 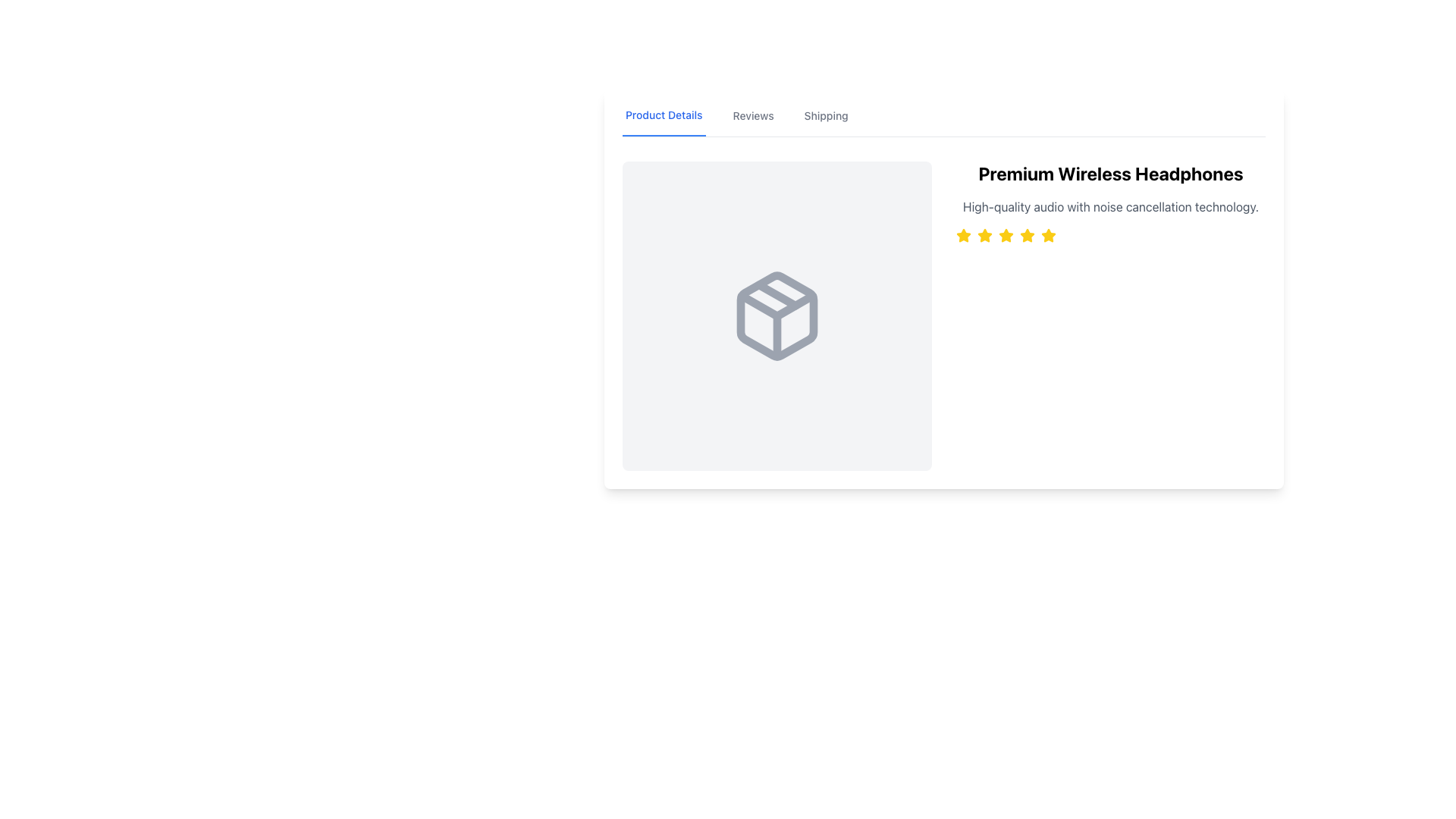 I want to click on the fourth star icon in the rating system, so click(x=1006, y=236).